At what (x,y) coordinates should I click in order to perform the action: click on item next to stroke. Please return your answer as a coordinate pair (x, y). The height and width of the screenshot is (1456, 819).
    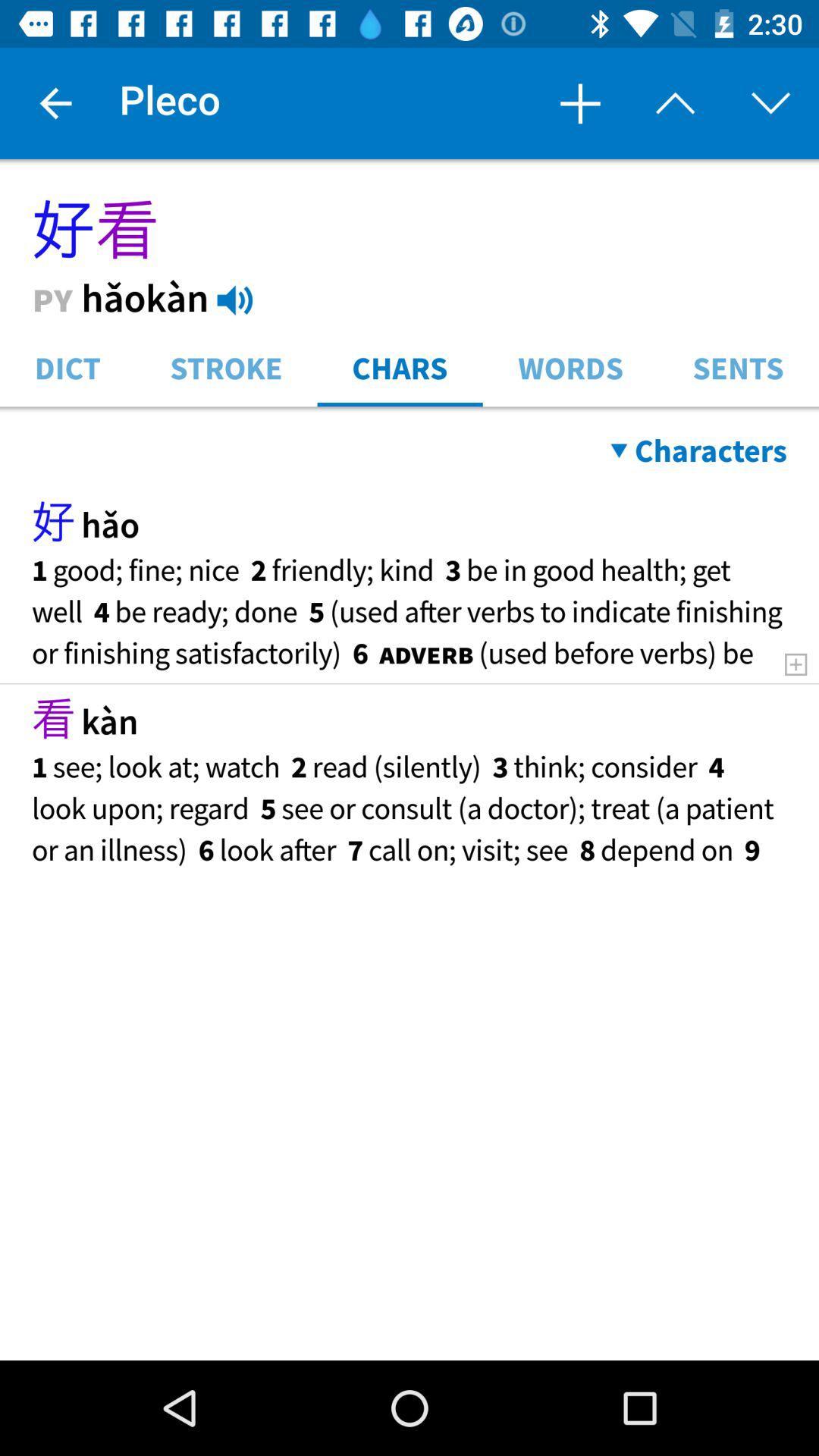
    Looking at the image, I should click on (67, 366).